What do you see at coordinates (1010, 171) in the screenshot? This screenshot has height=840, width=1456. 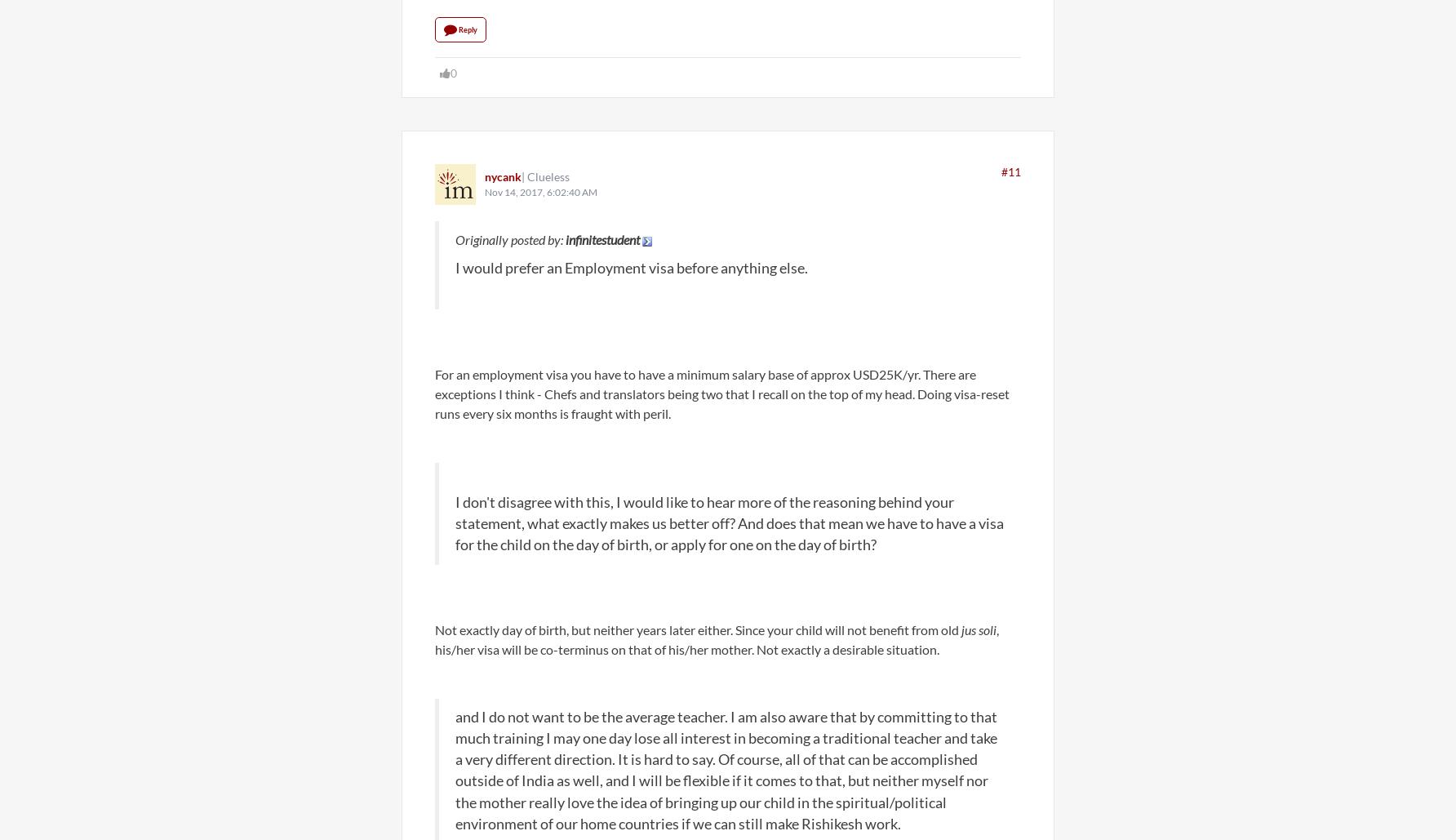 I see `'#11'` at bounding box center [1010, 171].